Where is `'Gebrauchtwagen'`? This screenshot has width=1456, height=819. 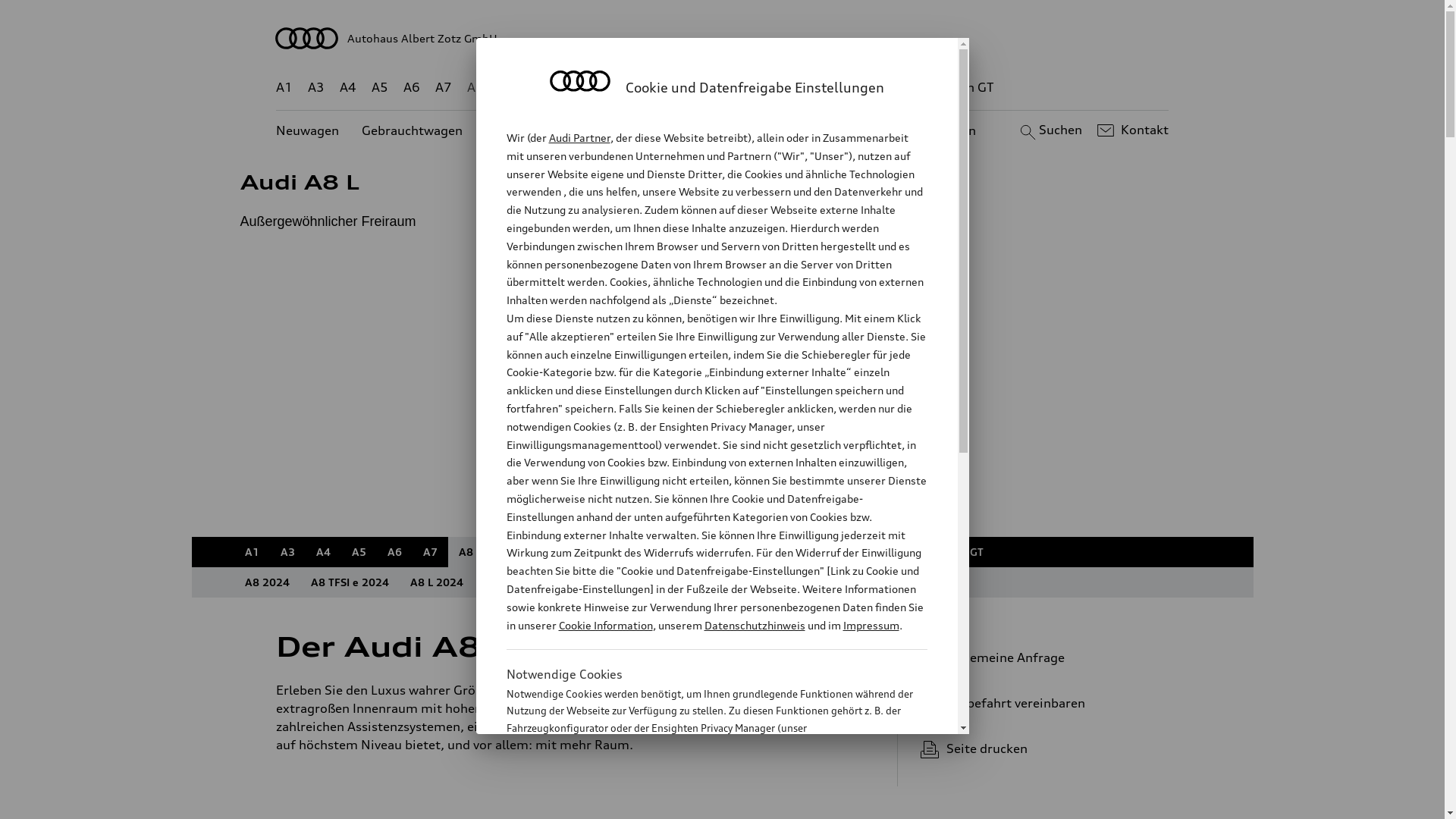
'Gebrauchtwagen' is located at coordinates (412, 130).